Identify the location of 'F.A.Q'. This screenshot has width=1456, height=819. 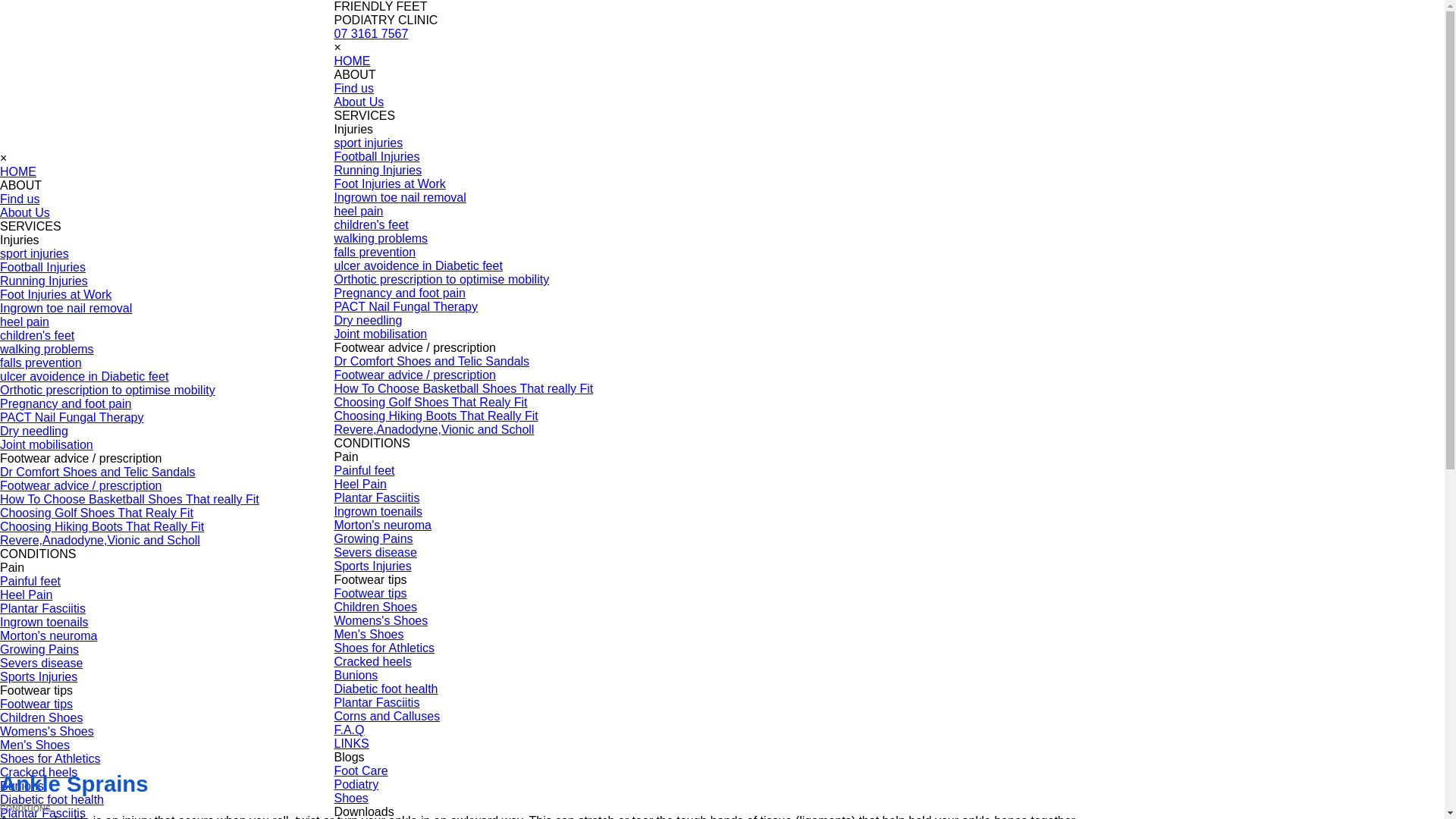
(348, 729).